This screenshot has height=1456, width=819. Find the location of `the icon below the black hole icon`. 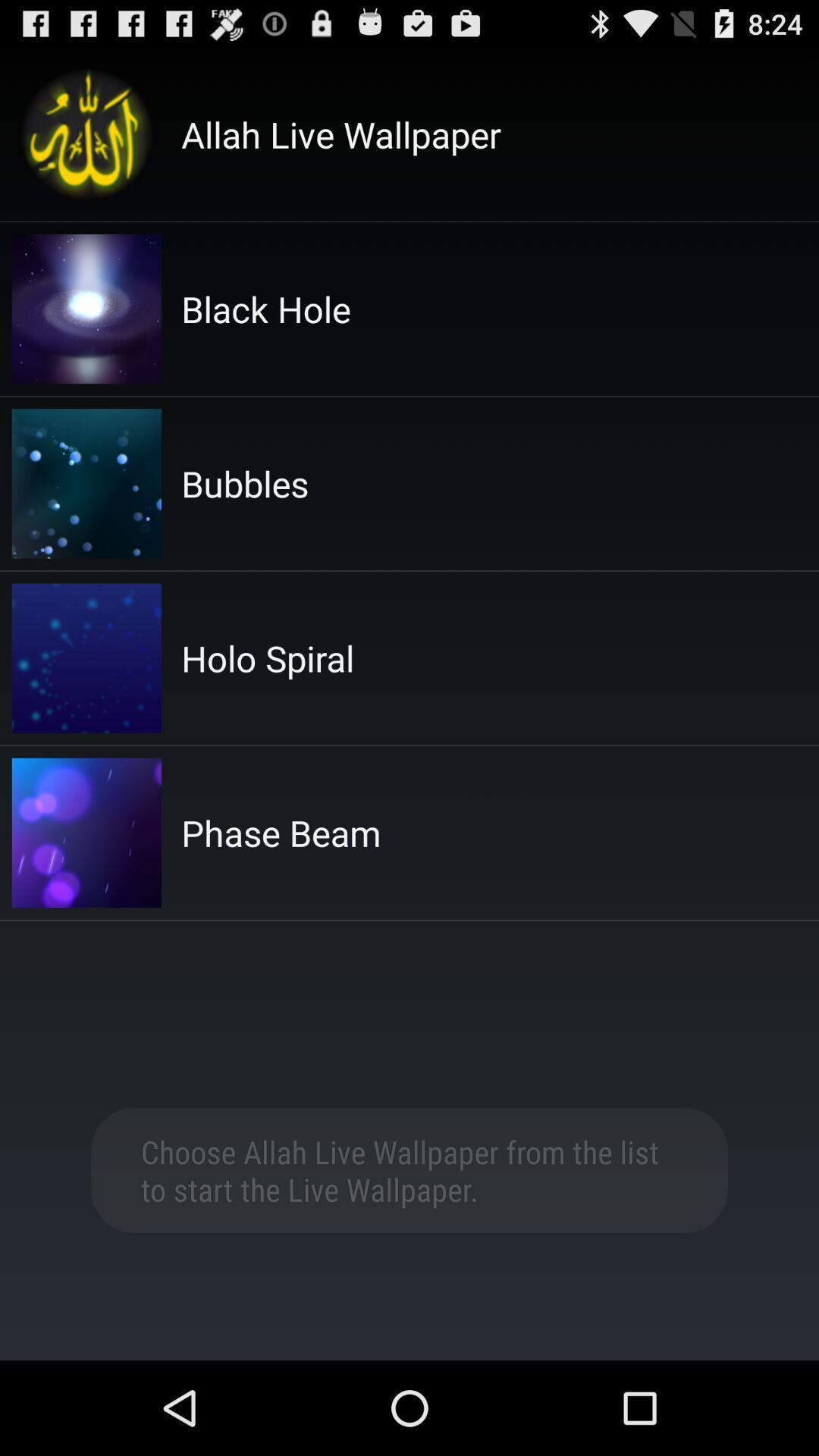

the icon below the black hole icon is located at coordinates (244, 482).